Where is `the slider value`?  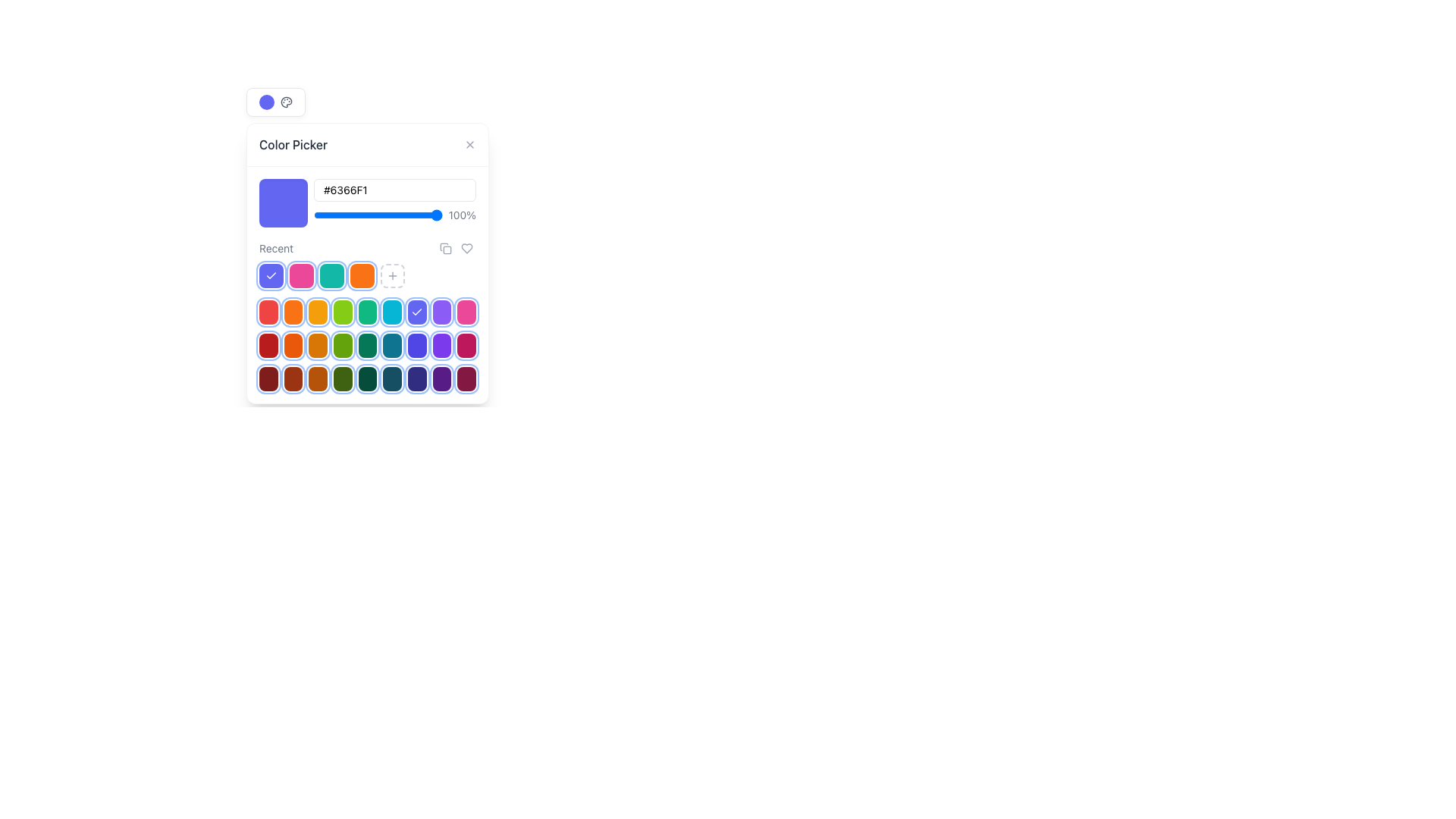
the slider value is located at coordinates (385, 215).